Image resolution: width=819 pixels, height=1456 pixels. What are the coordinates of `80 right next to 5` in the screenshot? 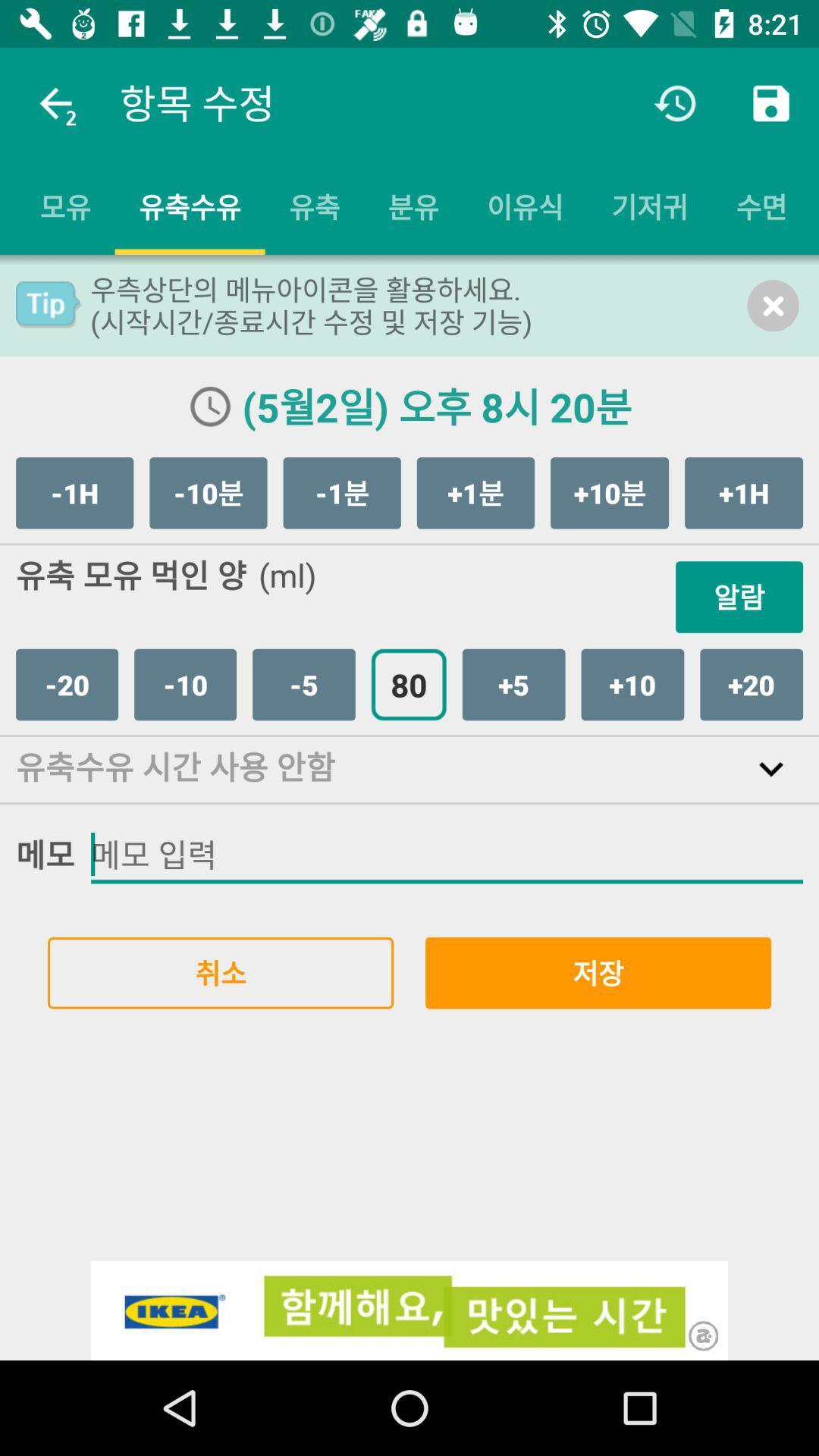 It's located at (408, 683).